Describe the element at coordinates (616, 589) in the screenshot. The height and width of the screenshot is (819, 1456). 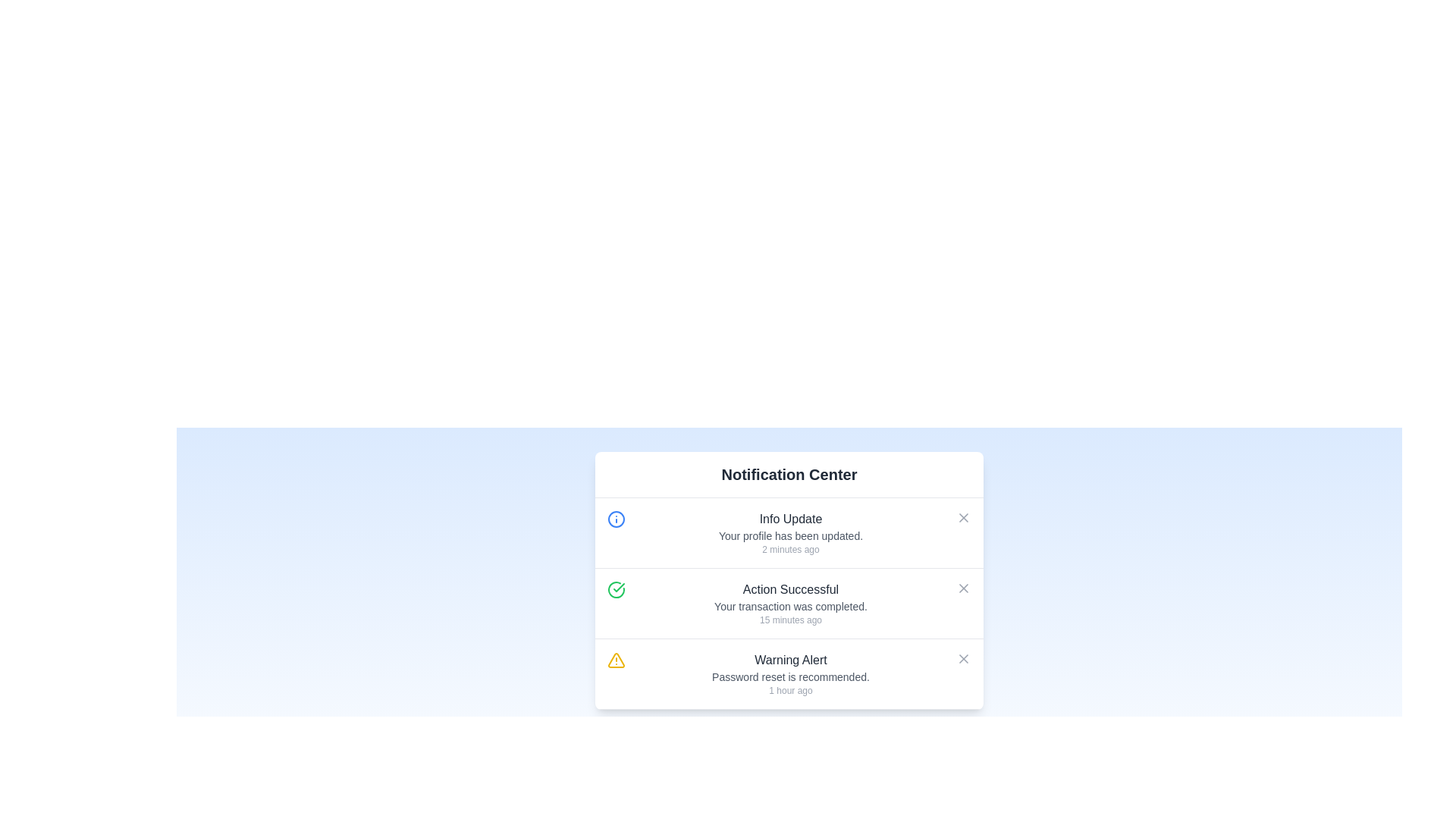
I see `the status represented by the icon located to the left of the text 'Action Successful' in the middle row of the notification list` at that location.